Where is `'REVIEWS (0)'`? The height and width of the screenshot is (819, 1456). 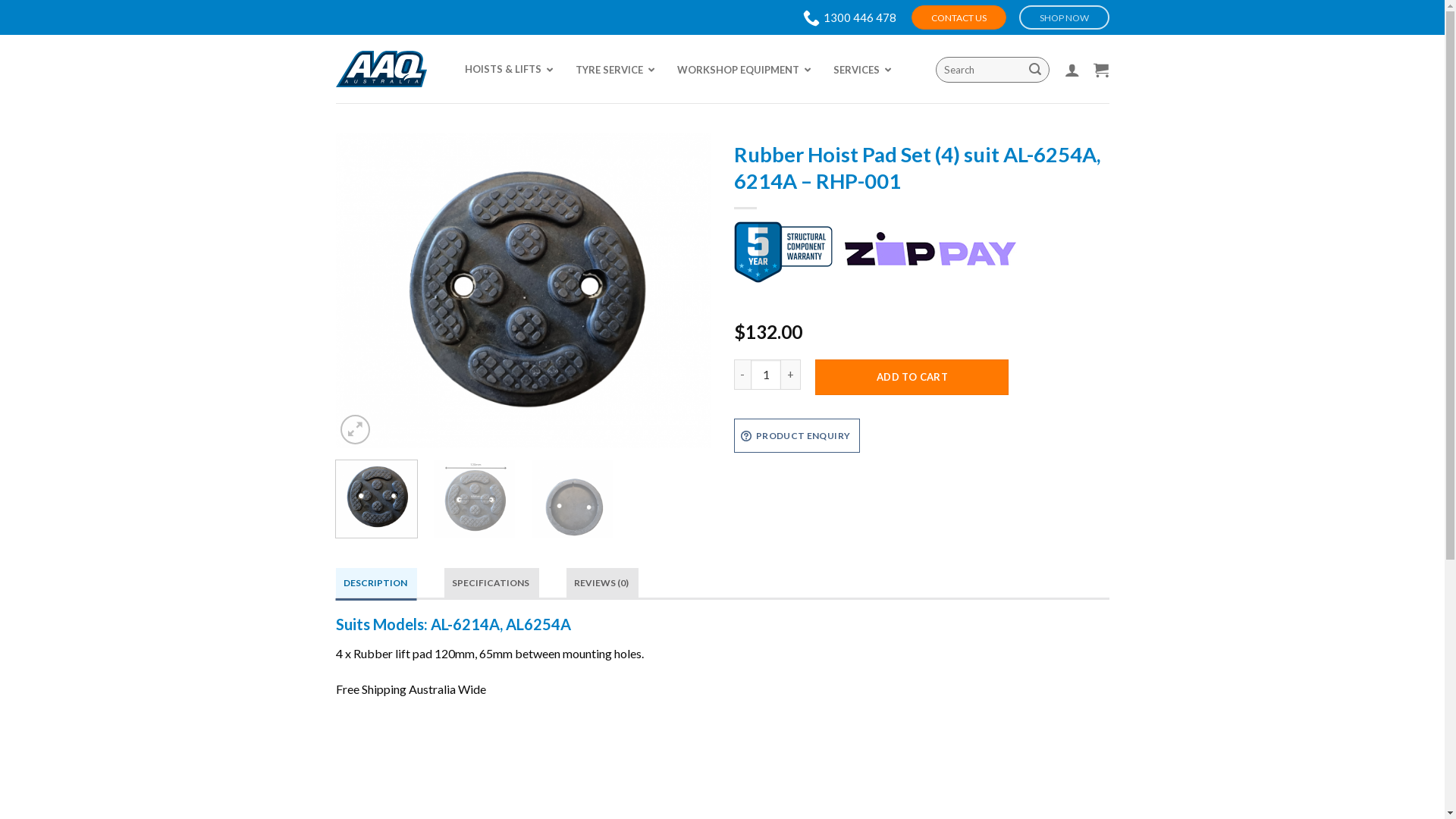
'REVIEWS (0)' is located at coordinates (601, 582).